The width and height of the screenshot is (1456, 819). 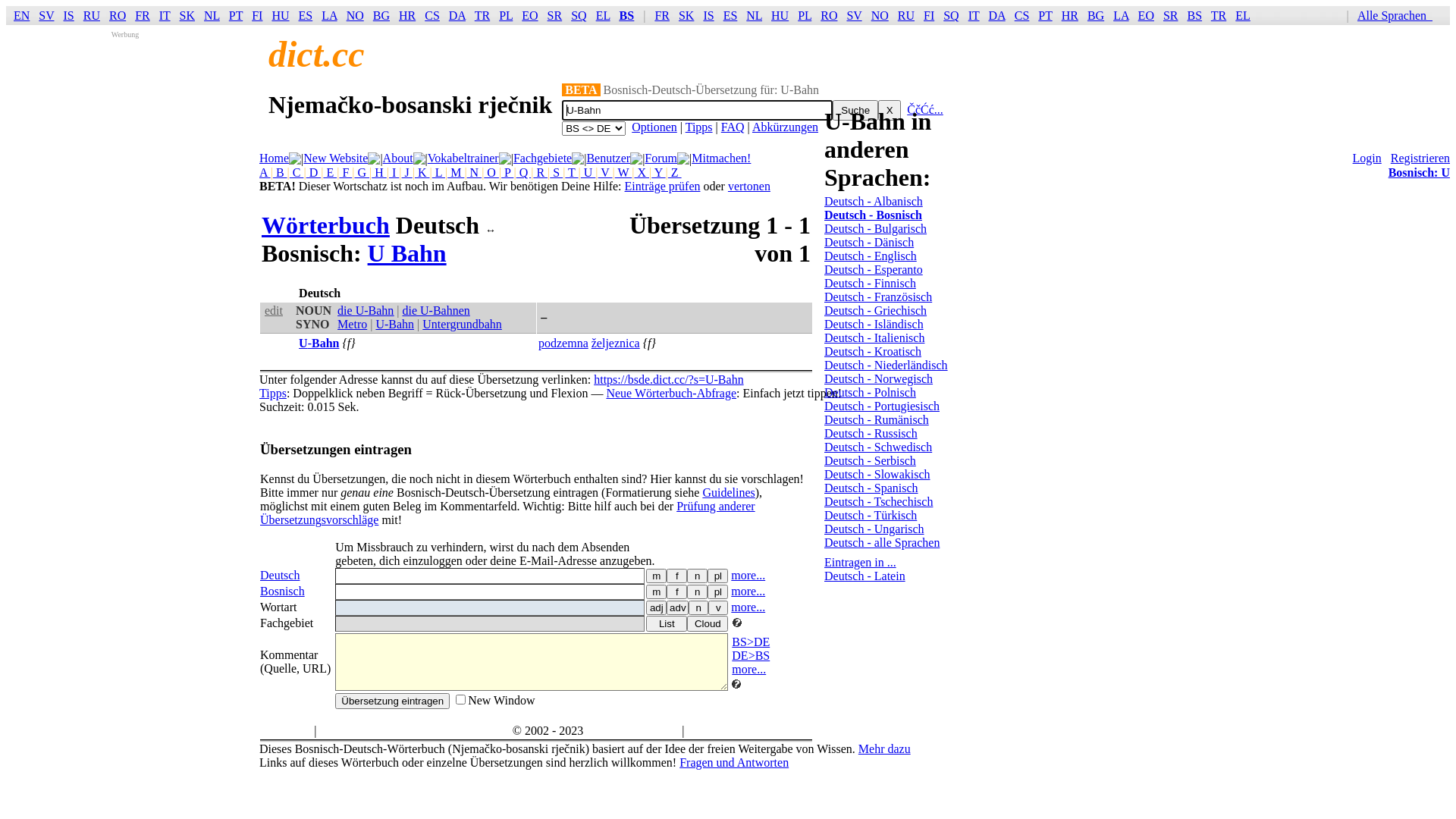 What do you see at coordinates (673, 171) in the screenshot?
I see `'Z'` at bounding box center [673, 171].